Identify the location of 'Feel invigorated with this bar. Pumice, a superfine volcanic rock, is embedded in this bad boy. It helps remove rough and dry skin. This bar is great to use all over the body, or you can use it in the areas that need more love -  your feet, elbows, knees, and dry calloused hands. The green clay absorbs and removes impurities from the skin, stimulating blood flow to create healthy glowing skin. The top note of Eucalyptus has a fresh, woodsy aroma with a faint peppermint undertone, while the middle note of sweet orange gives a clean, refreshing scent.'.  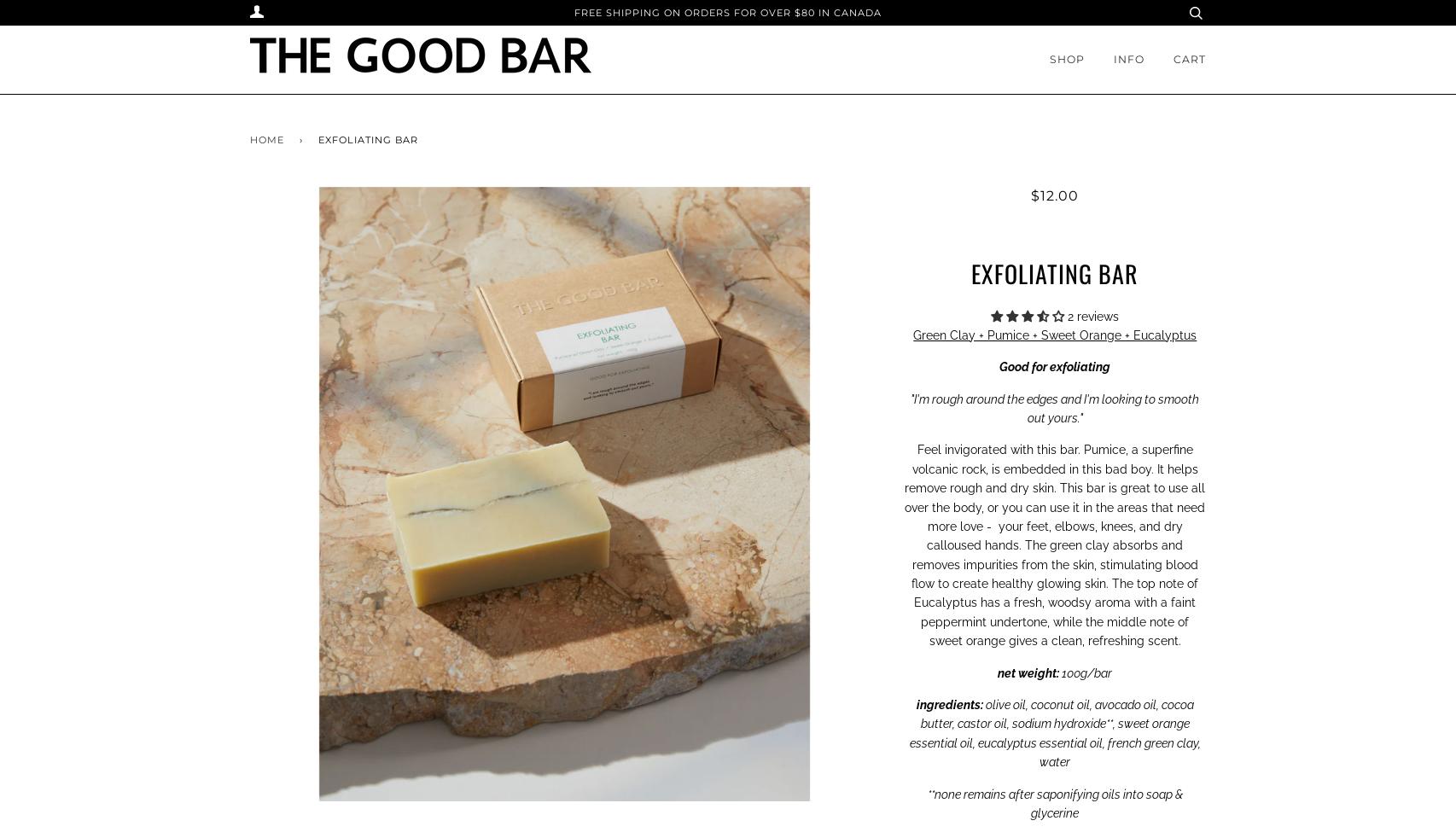
(1054, 544).